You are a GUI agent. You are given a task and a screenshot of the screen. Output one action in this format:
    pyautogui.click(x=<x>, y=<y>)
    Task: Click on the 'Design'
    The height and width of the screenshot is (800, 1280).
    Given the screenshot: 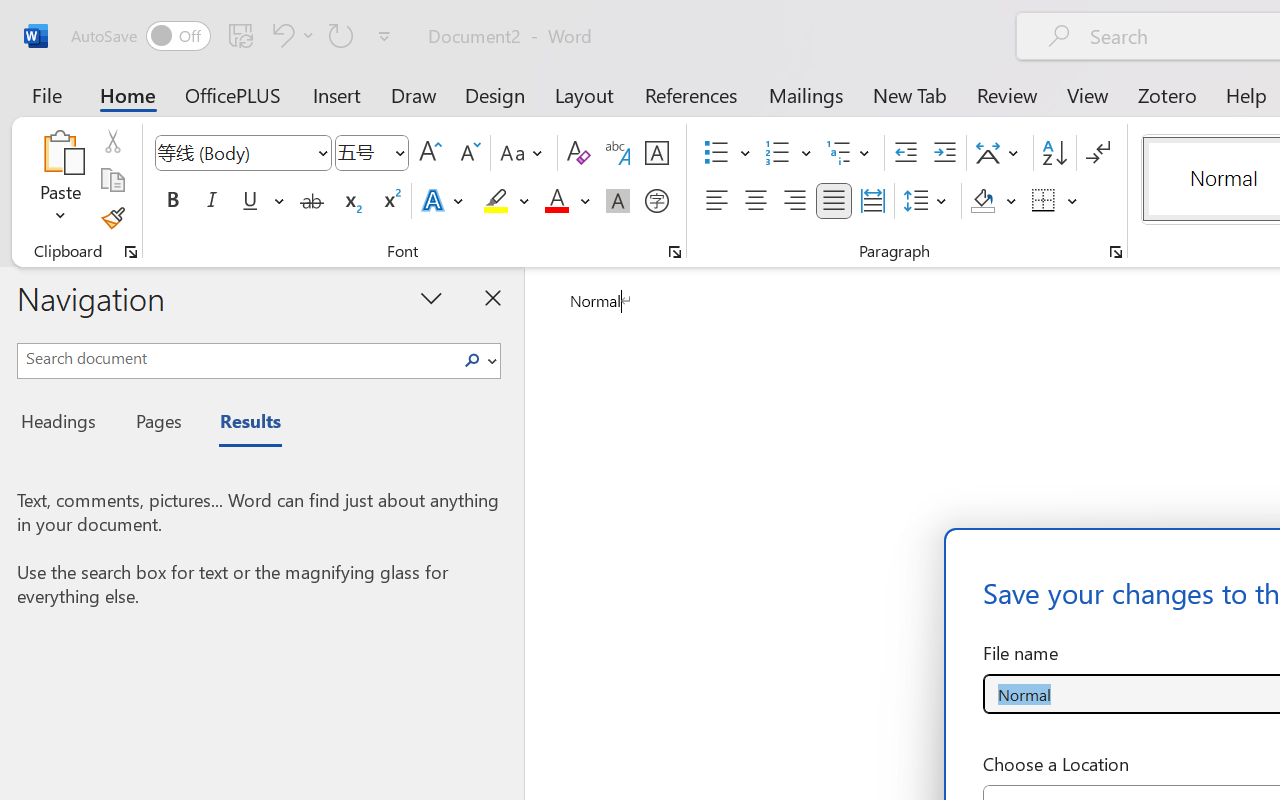 What is the action you would take?
    pyautogui.click(x=495, y=94)
    